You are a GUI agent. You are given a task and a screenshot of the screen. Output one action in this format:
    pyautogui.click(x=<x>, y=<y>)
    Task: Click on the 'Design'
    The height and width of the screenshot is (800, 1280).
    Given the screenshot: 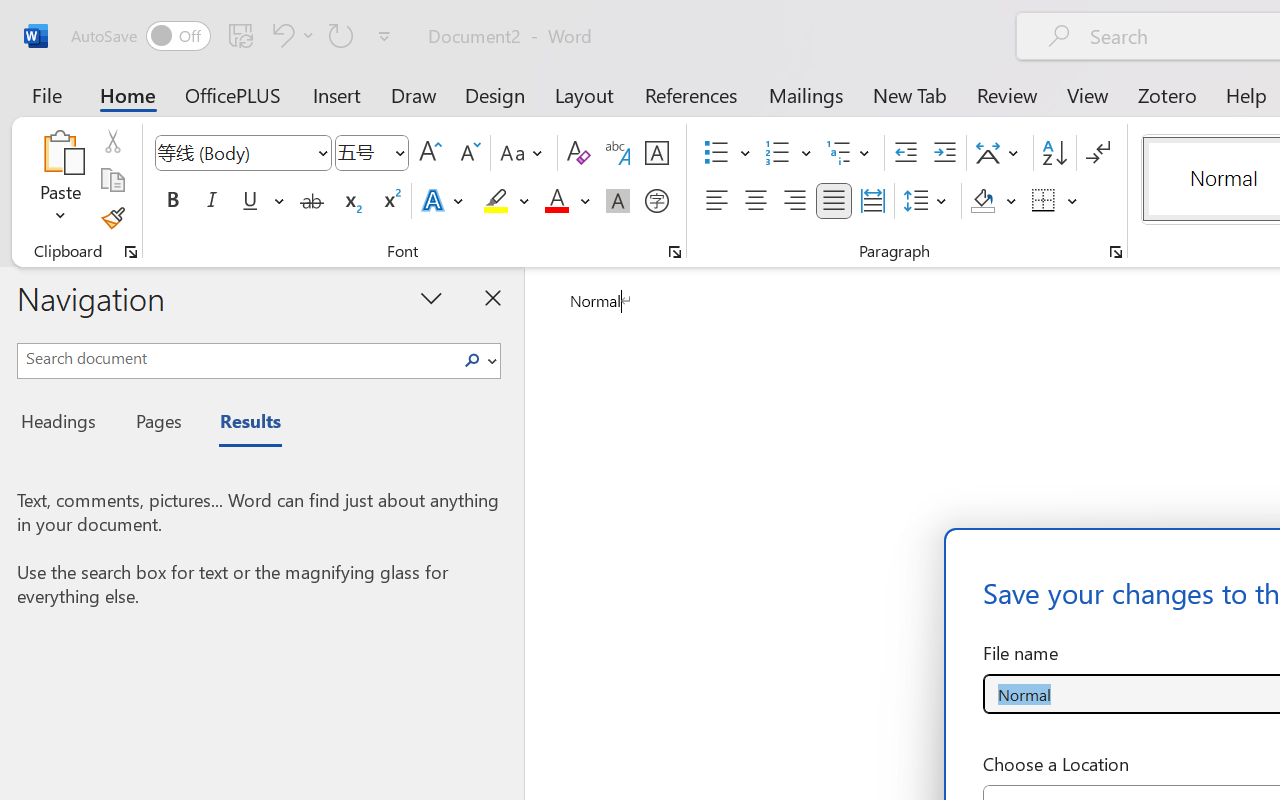 What is the action you would take?
    pyautogui.click(x=495, y=94)
    